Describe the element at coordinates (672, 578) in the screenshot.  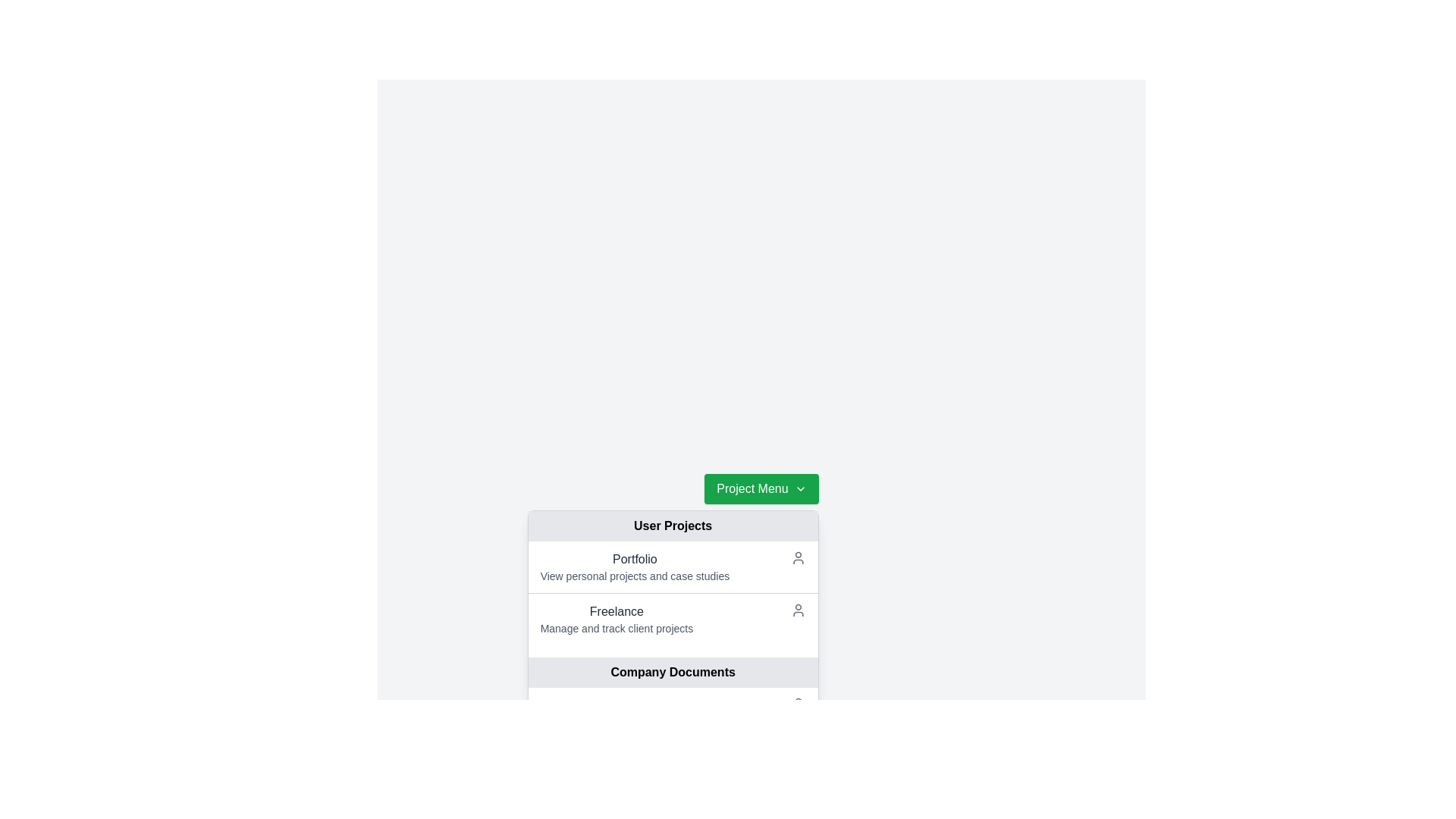
I see `the 'Portfolio' subsection header within the 'Project Menu' dropdown` at that location.